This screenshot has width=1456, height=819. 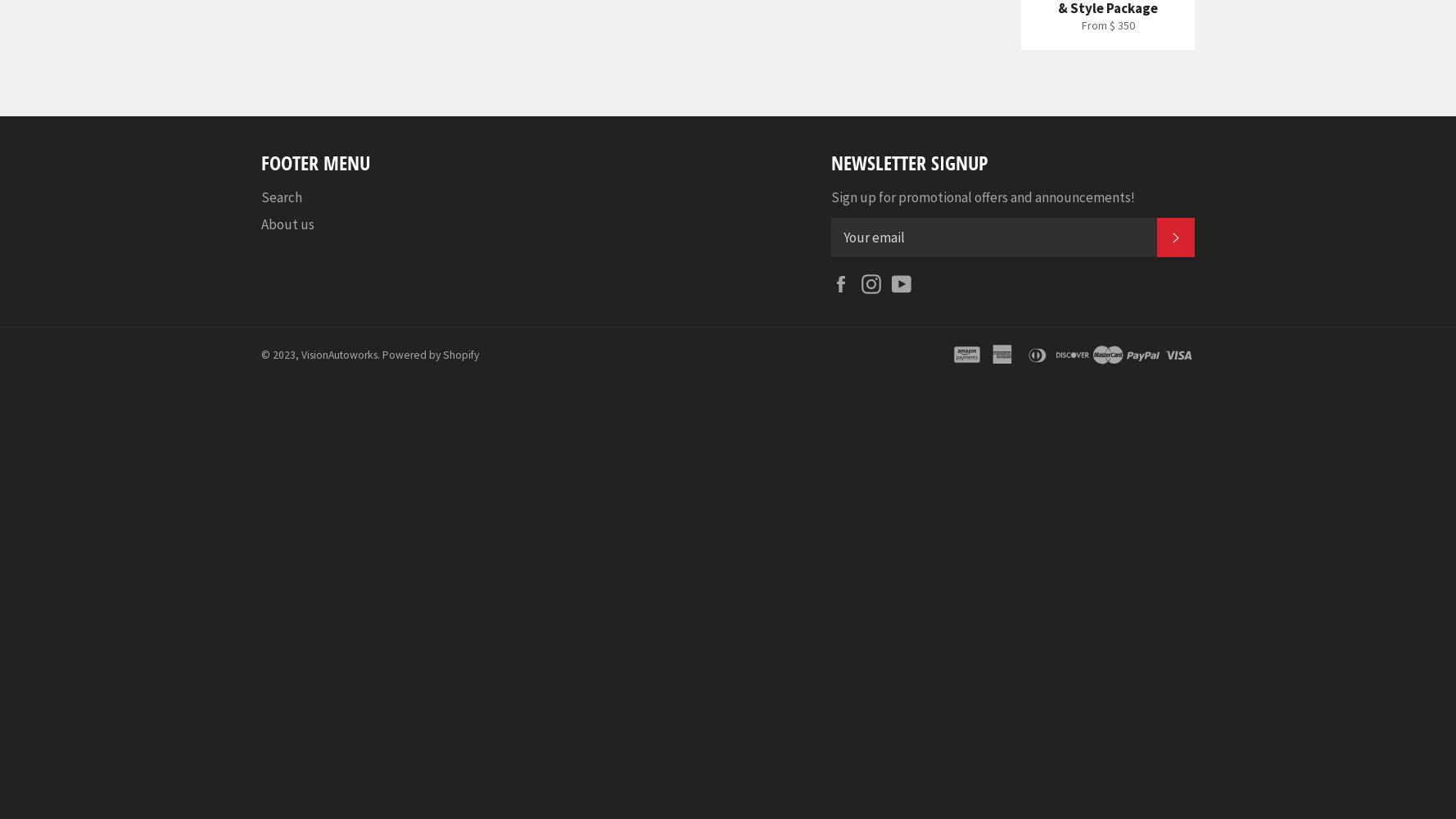 I want to click on '© 2023,', so click(x=280, y=354).